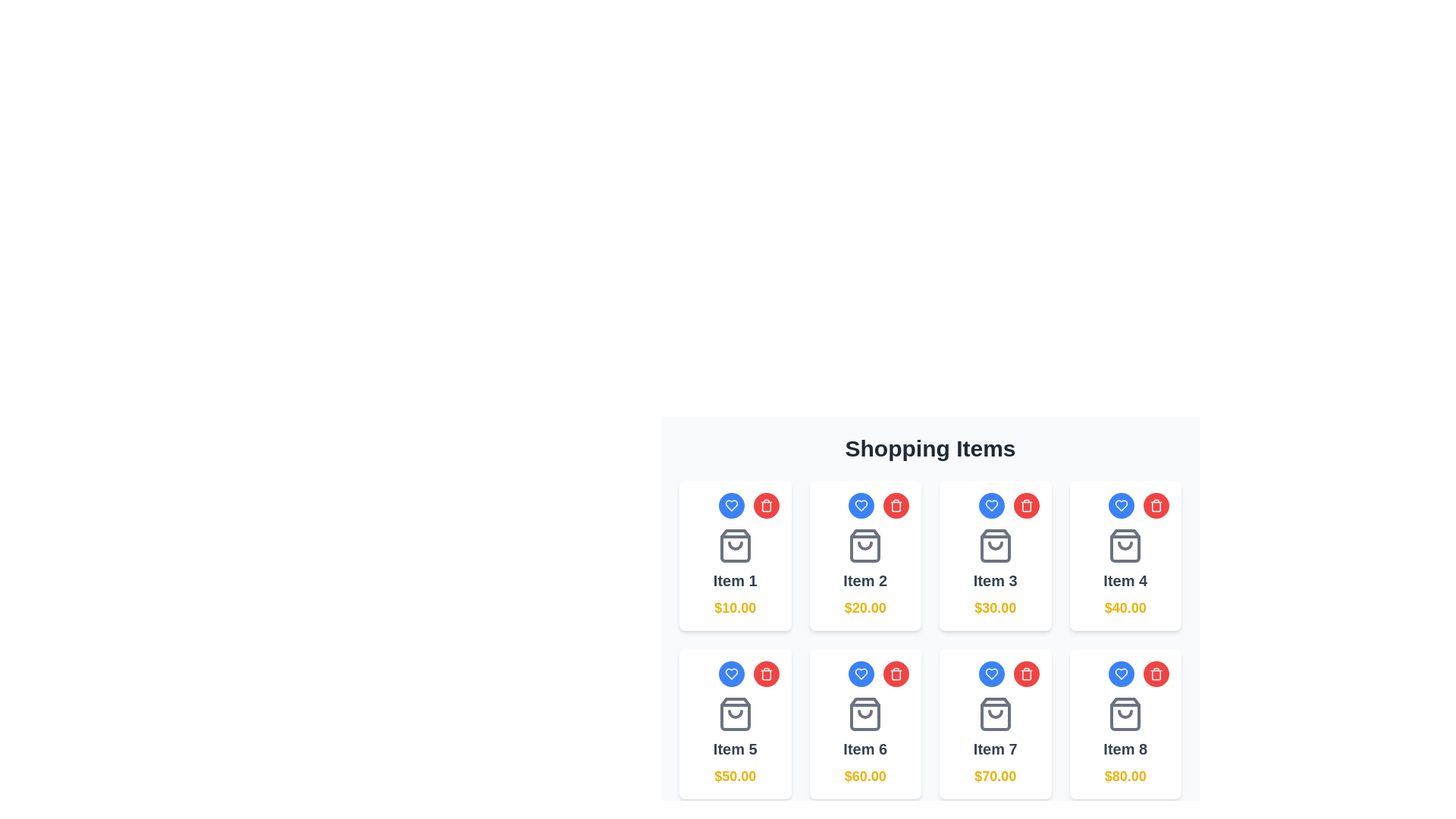 The height and width of the screenshot is (819, 1456). I want to click on the 'like' button located at the top-left corner of the item card for 'Item 5' to favorite the item, so click(735, 673).